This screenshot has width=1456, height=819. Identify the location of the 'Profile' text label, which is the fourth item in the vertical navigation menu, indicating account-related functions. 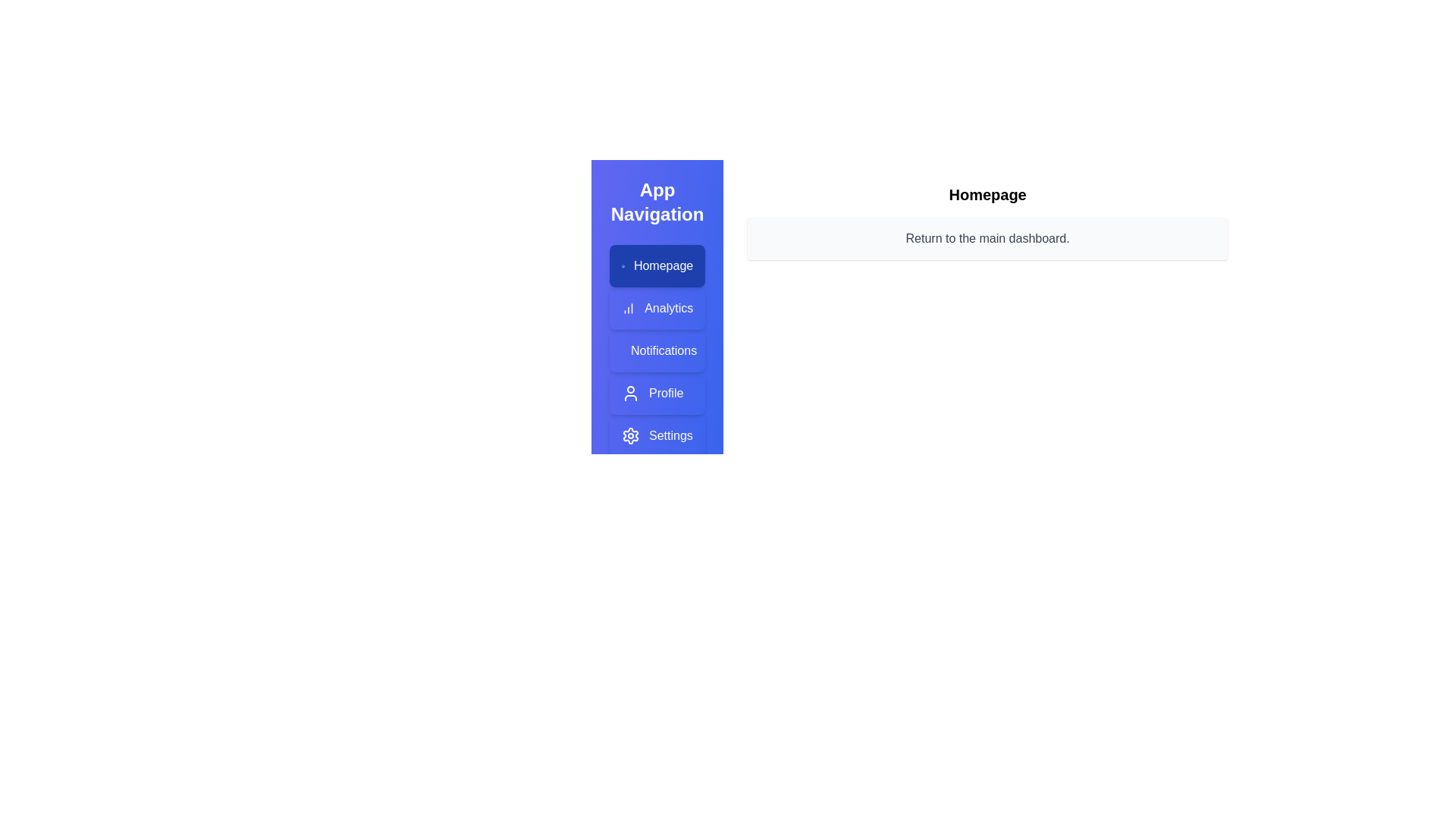
(666, 393).